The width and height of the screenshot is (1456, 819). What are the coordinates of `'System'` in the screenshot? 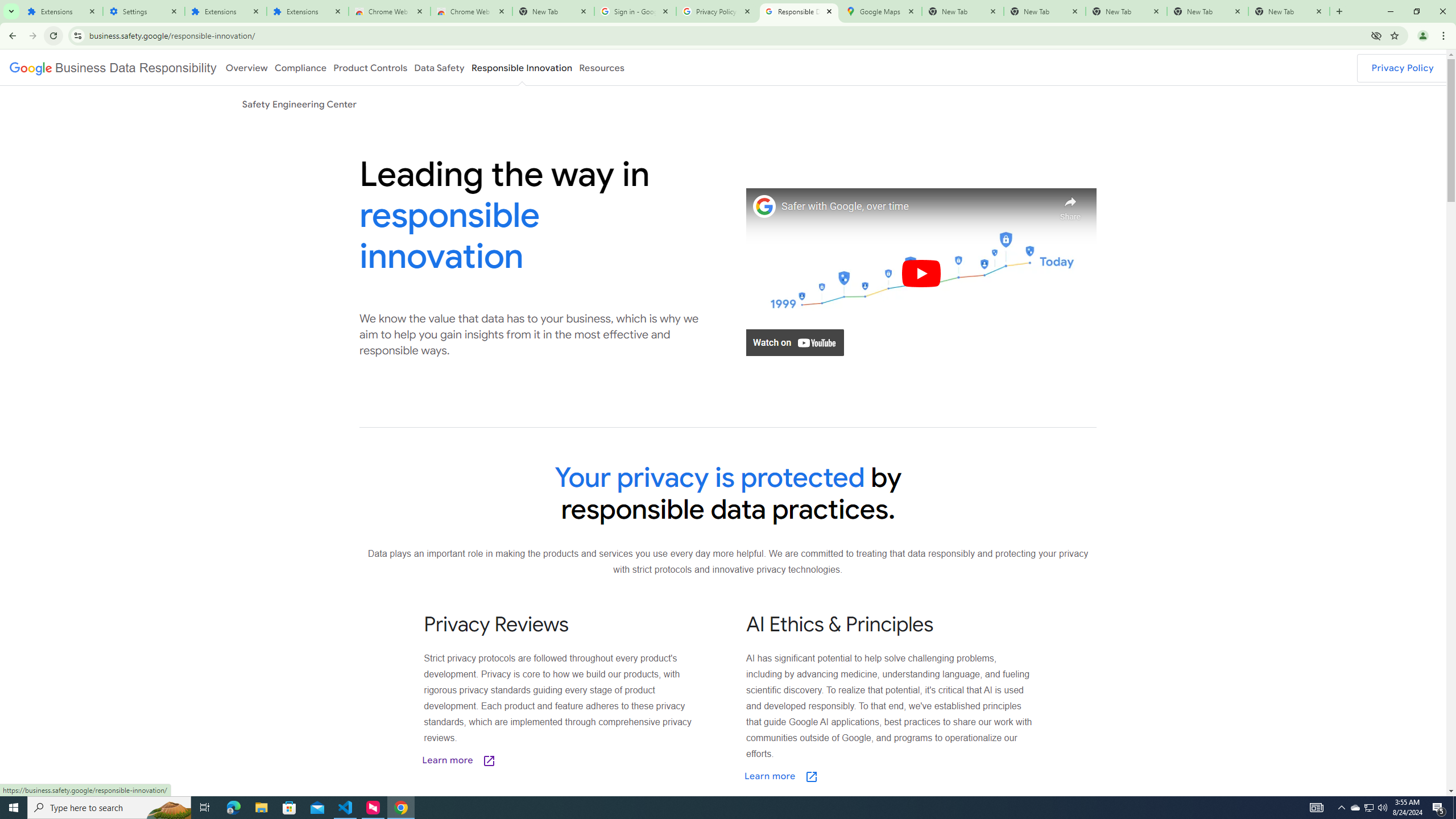 It's located at (6, 5).